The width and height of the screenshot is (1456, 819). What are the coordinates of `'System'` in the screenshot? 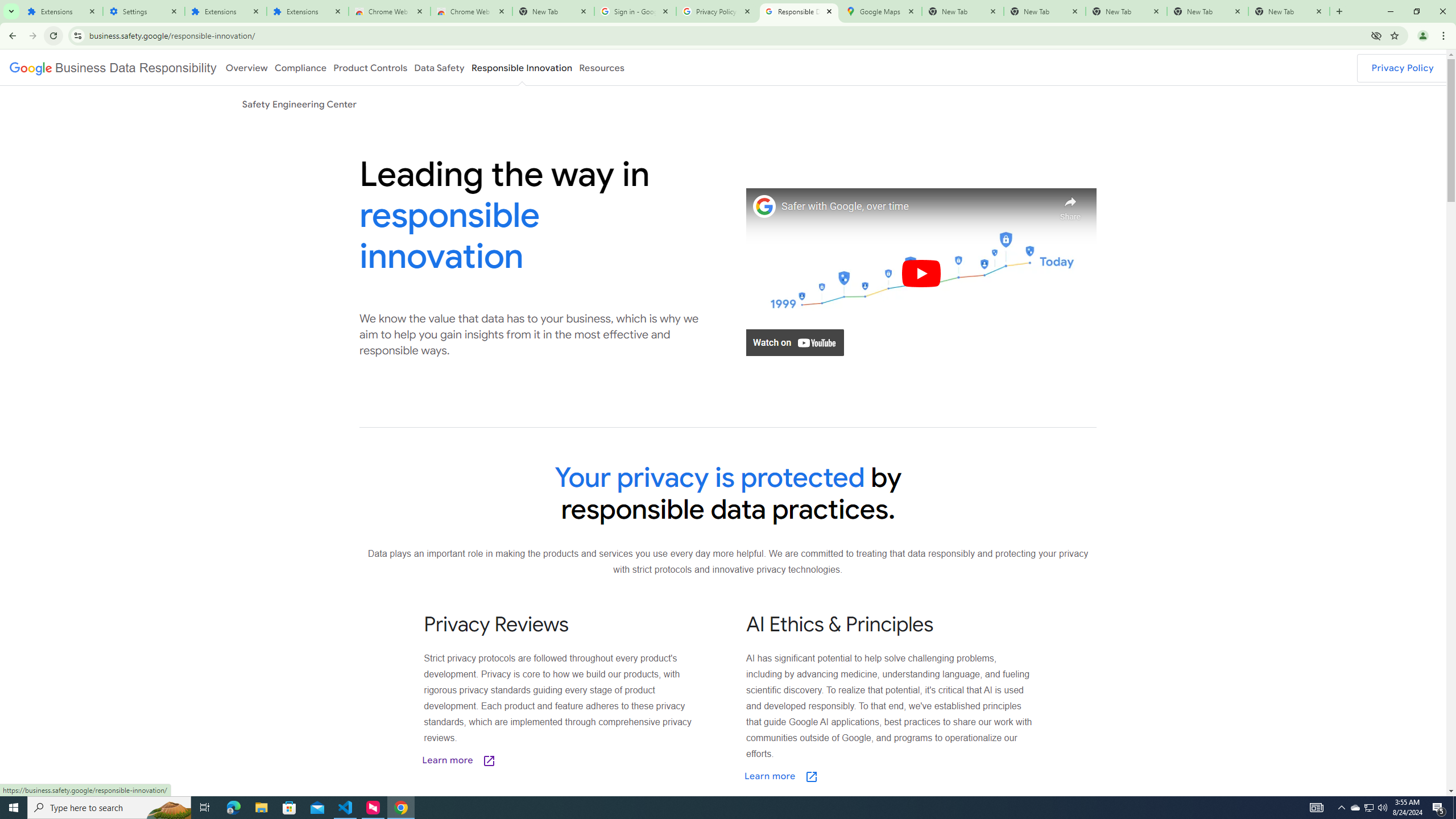 It's located at (6, 5).